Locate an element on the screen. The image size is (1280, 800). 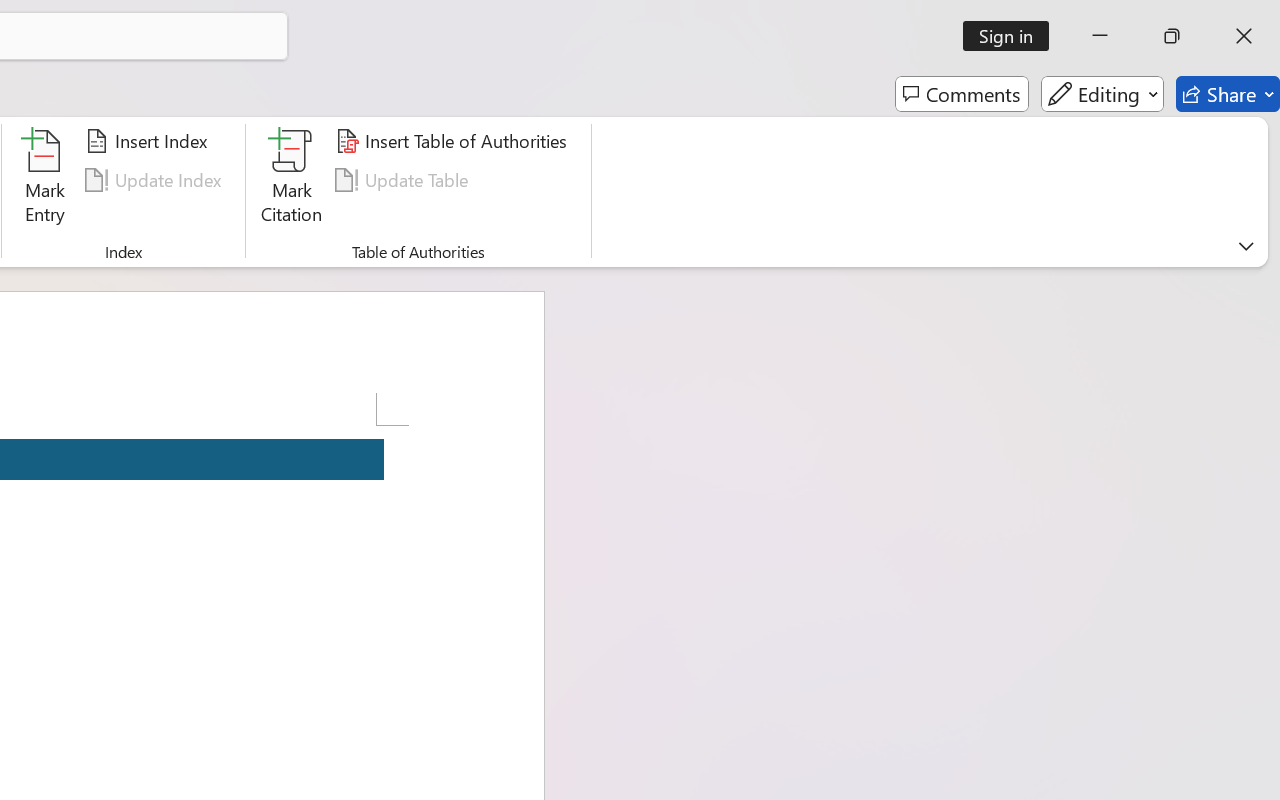
'Insert Table of Authorities...' is located at coordinates (453, 141).